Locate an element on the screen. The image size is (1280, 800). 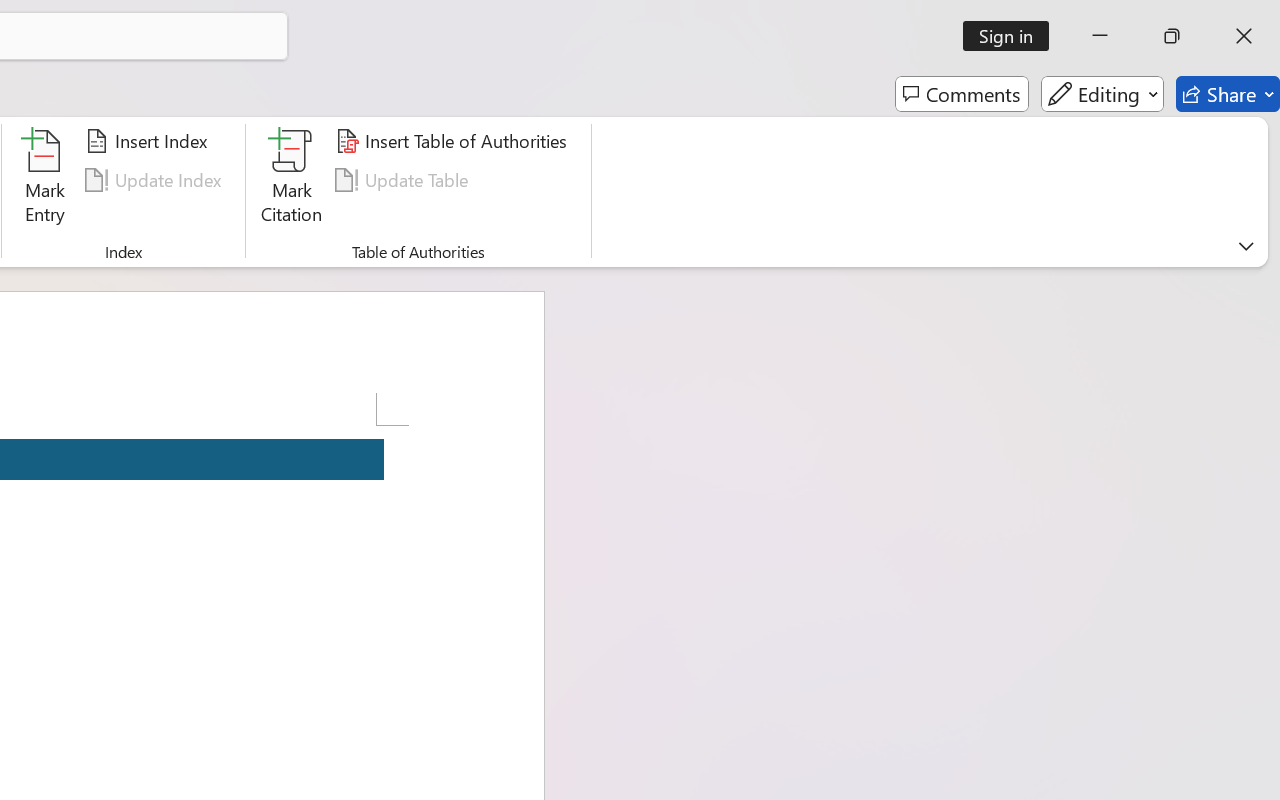
'Insert Table of Authorities...' is located at coordinates (453, 141).